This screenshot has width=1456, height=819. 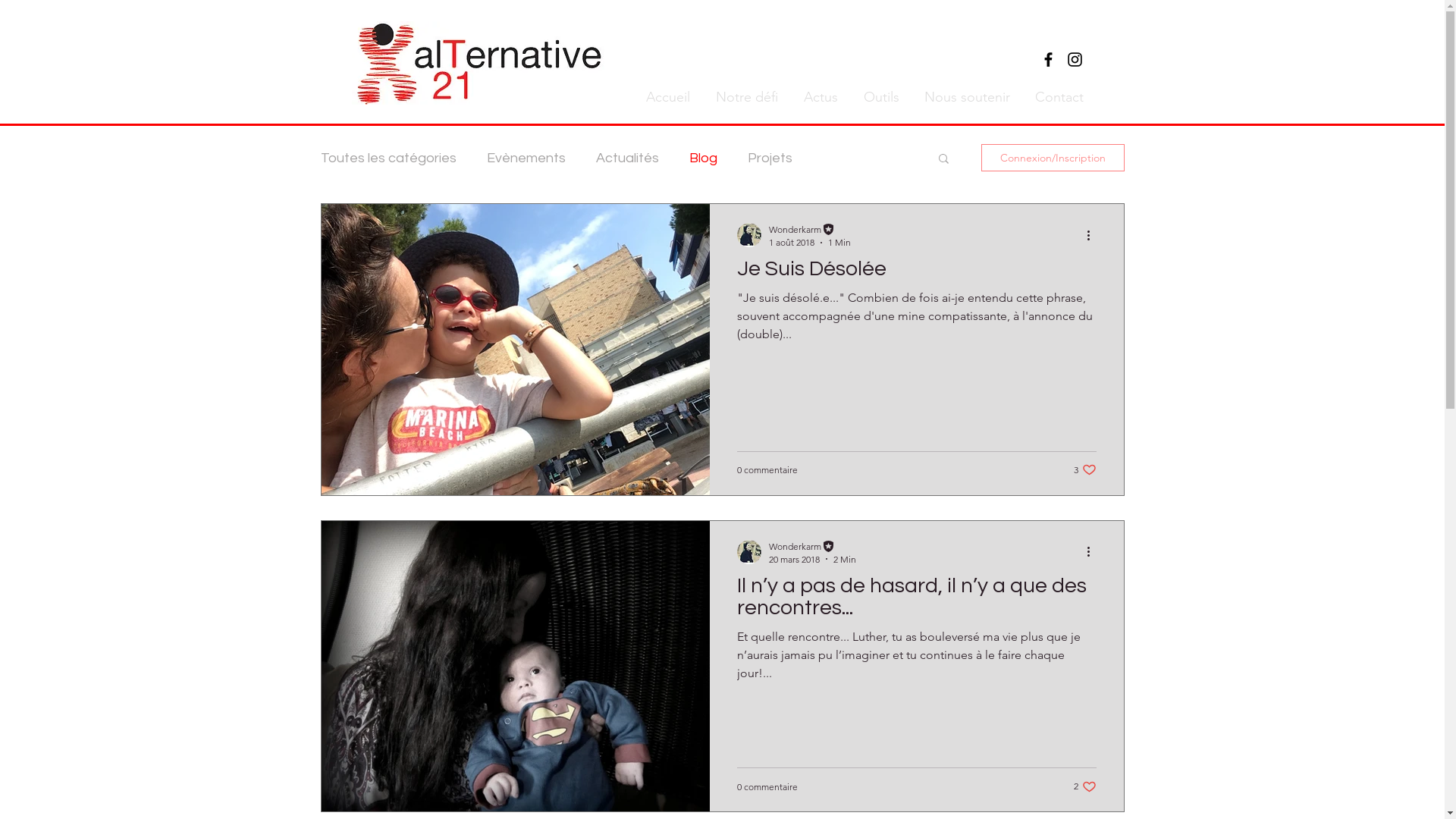 I want to click on 'Wonderkarm', so click(x=808, y=229).